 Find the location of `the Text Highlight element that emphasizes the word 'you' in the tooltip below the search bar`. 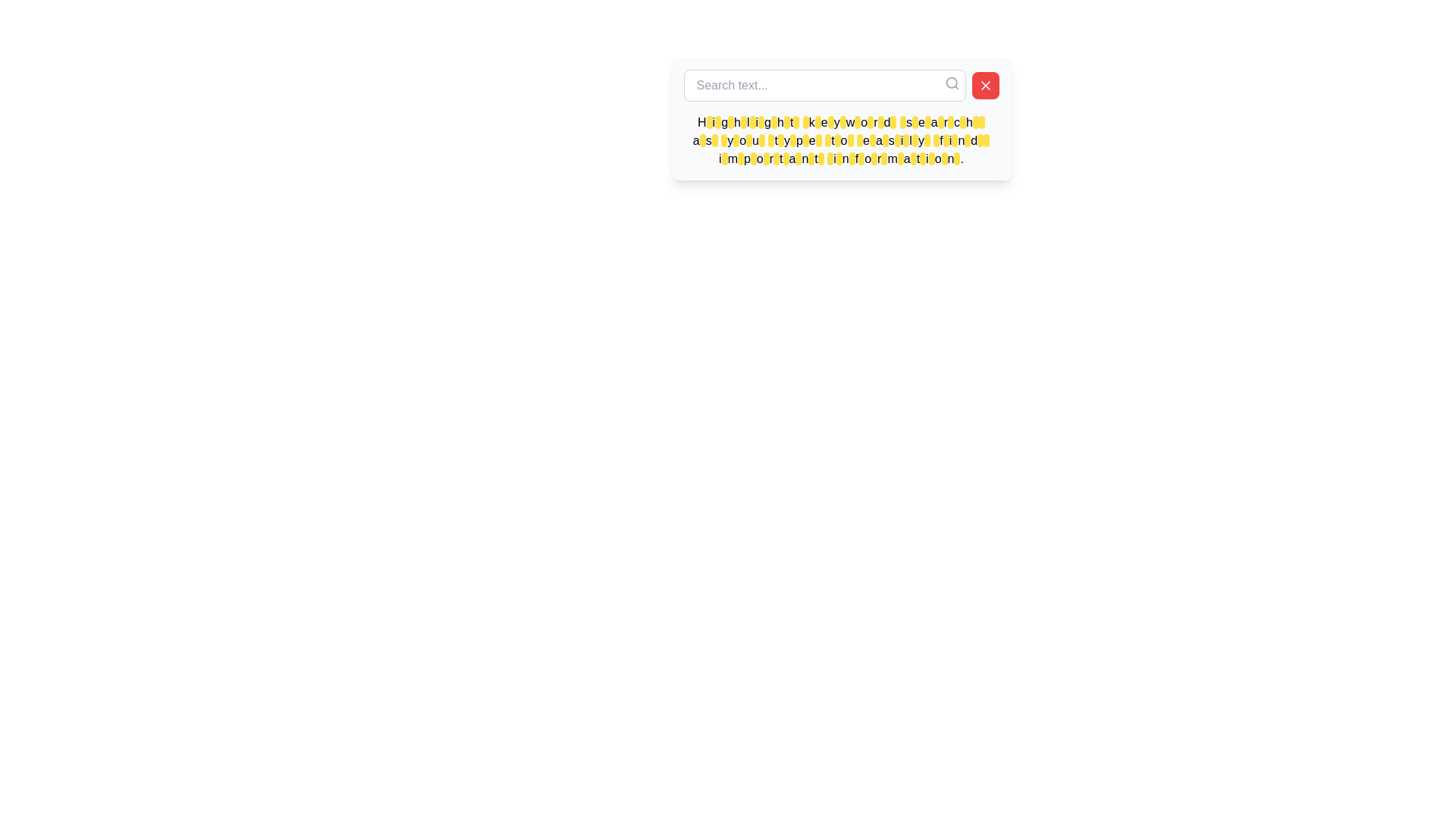

the Text Highlight element that emphasizes the word 'you' in the tooltip below the search bar is located at coordinates (723, 140).